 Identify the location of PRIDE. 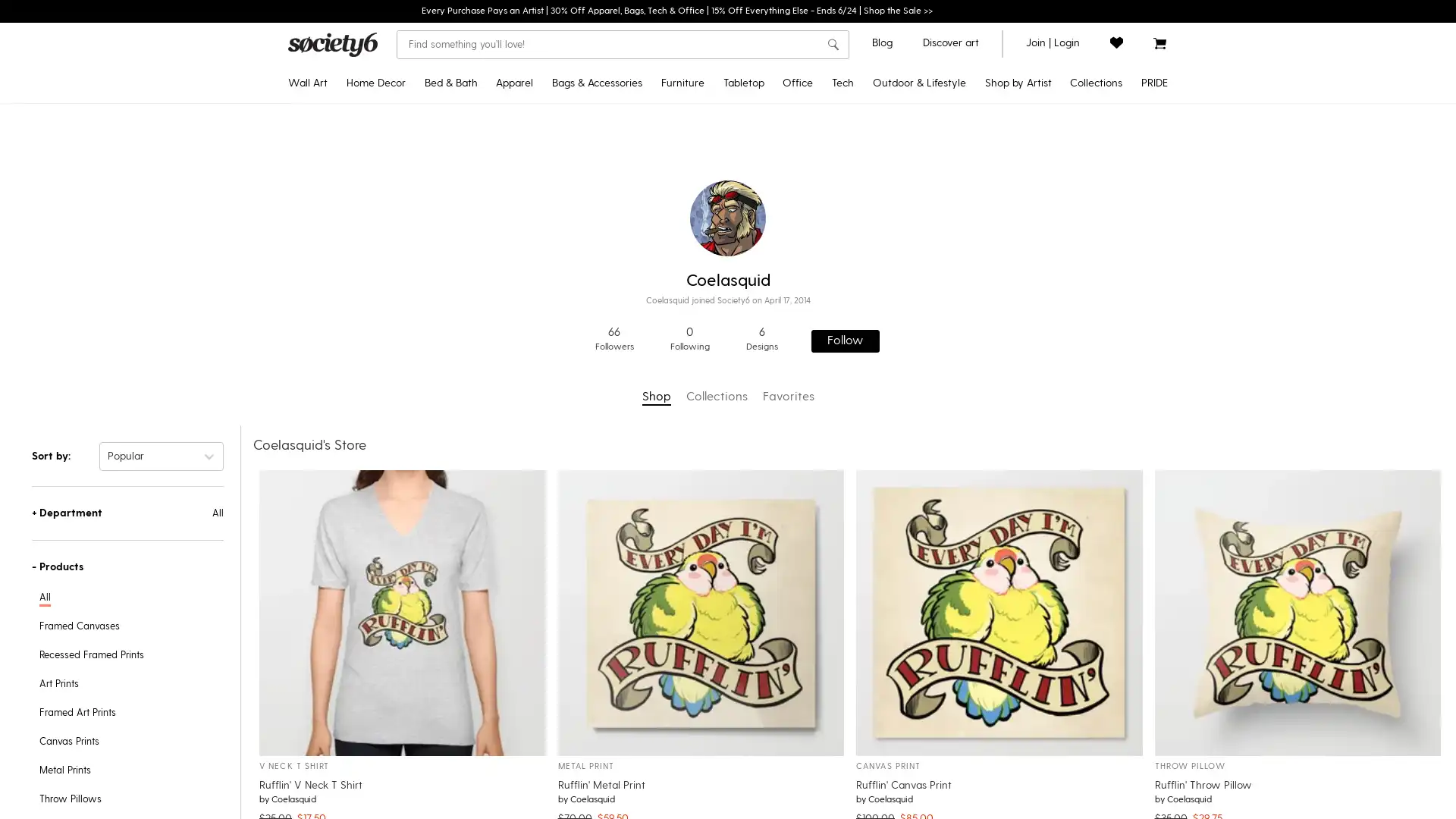
(1153, 83).